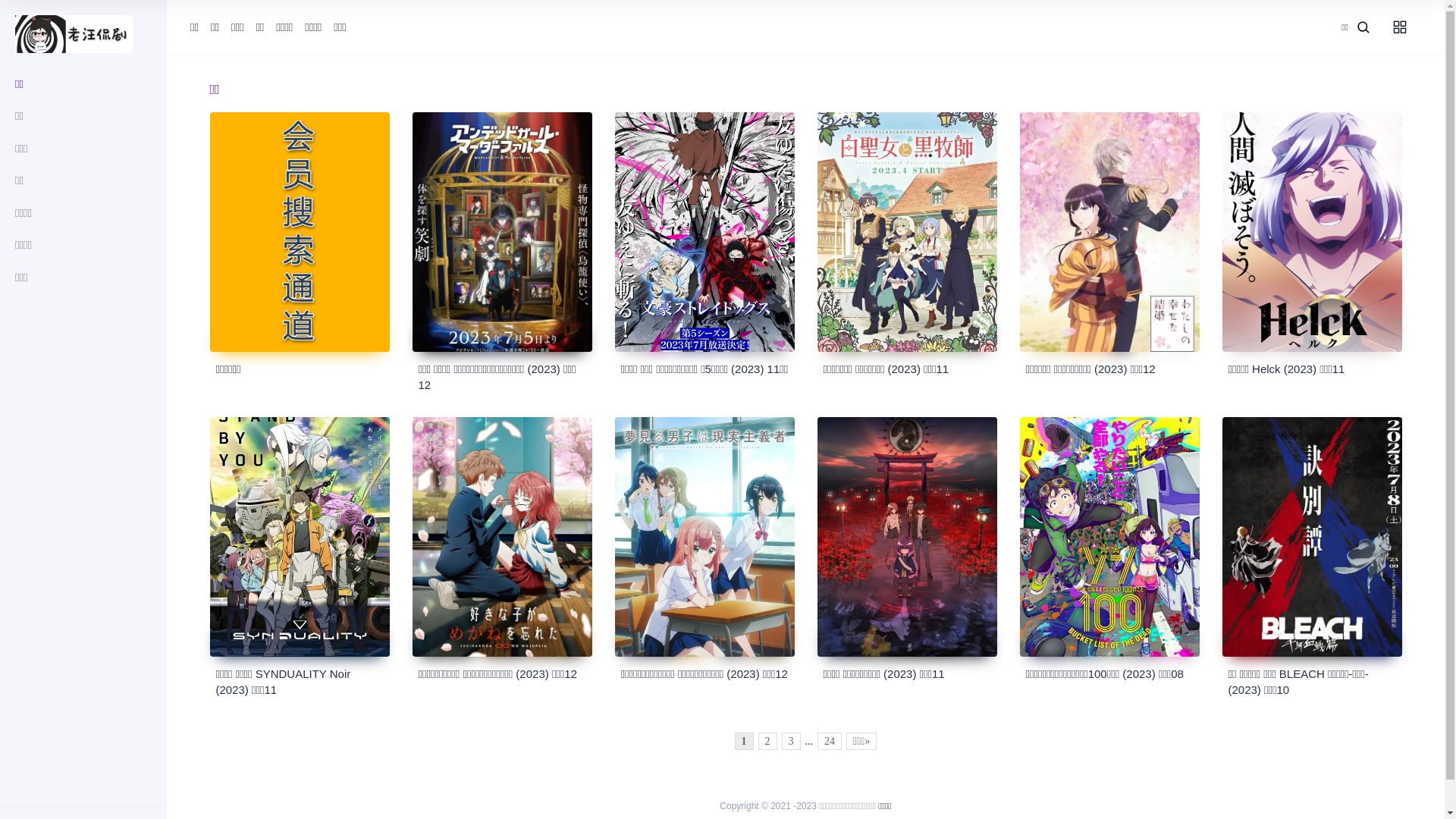  I want to click on '2', so click(767, 740).